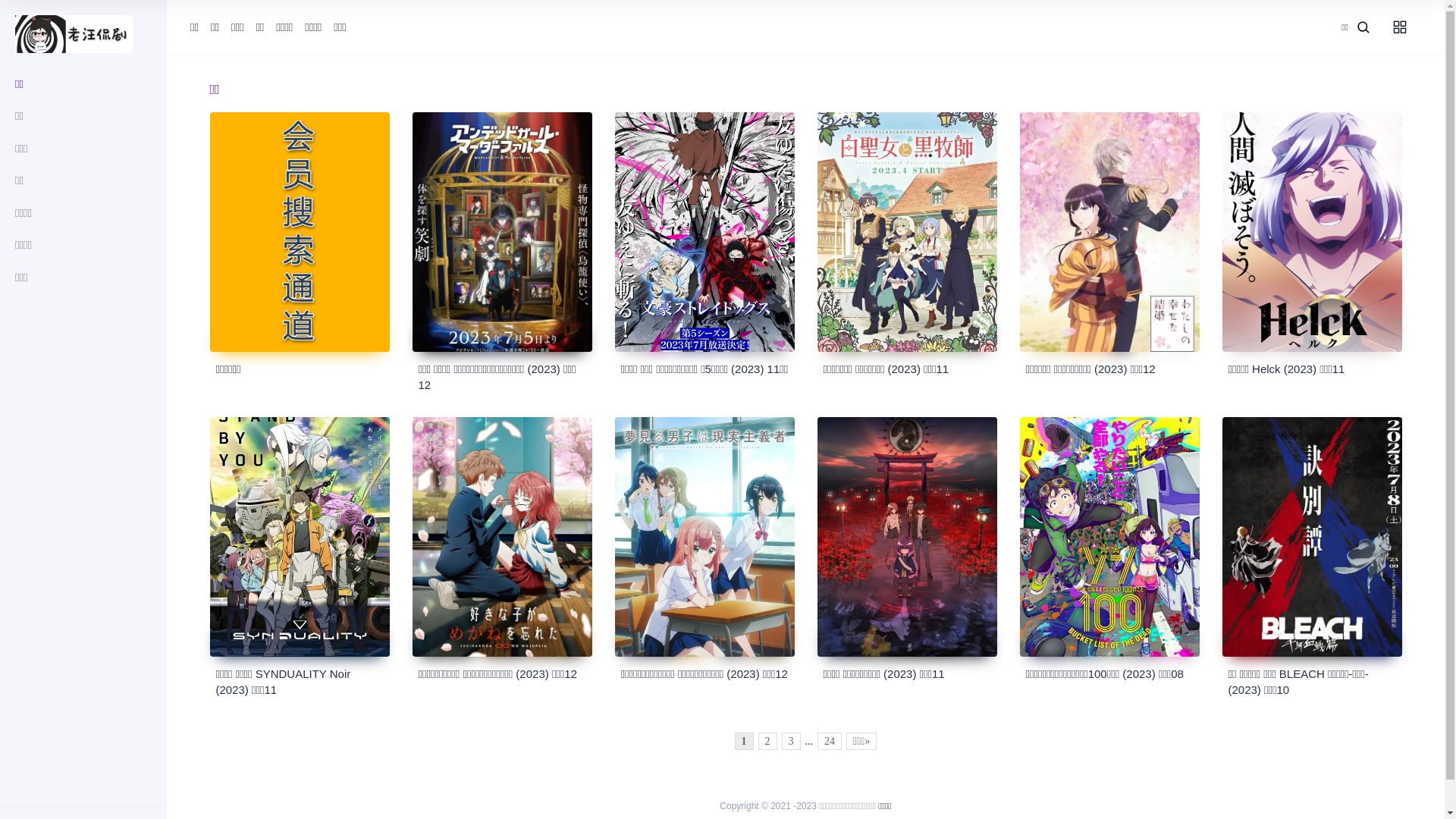  I want to click on '2', so click(767, 740).